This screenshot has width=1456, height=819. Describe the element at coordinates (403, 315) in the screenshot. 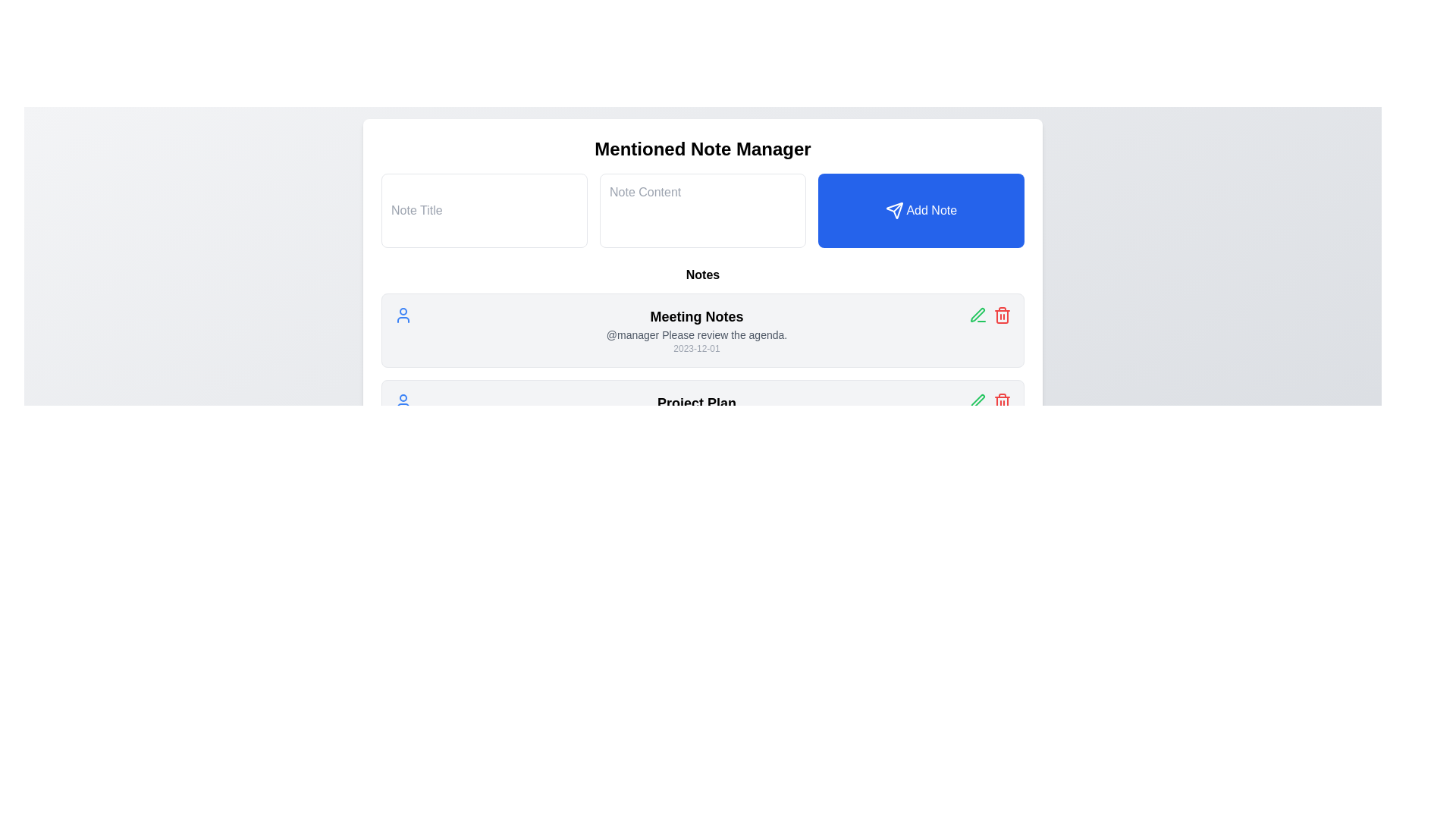

I see `the user icon in the 'Meeting Notes' section, which is the first icon positioned to the left of the text '@manager Please review the agenda. 2023-12-01'` at that location.